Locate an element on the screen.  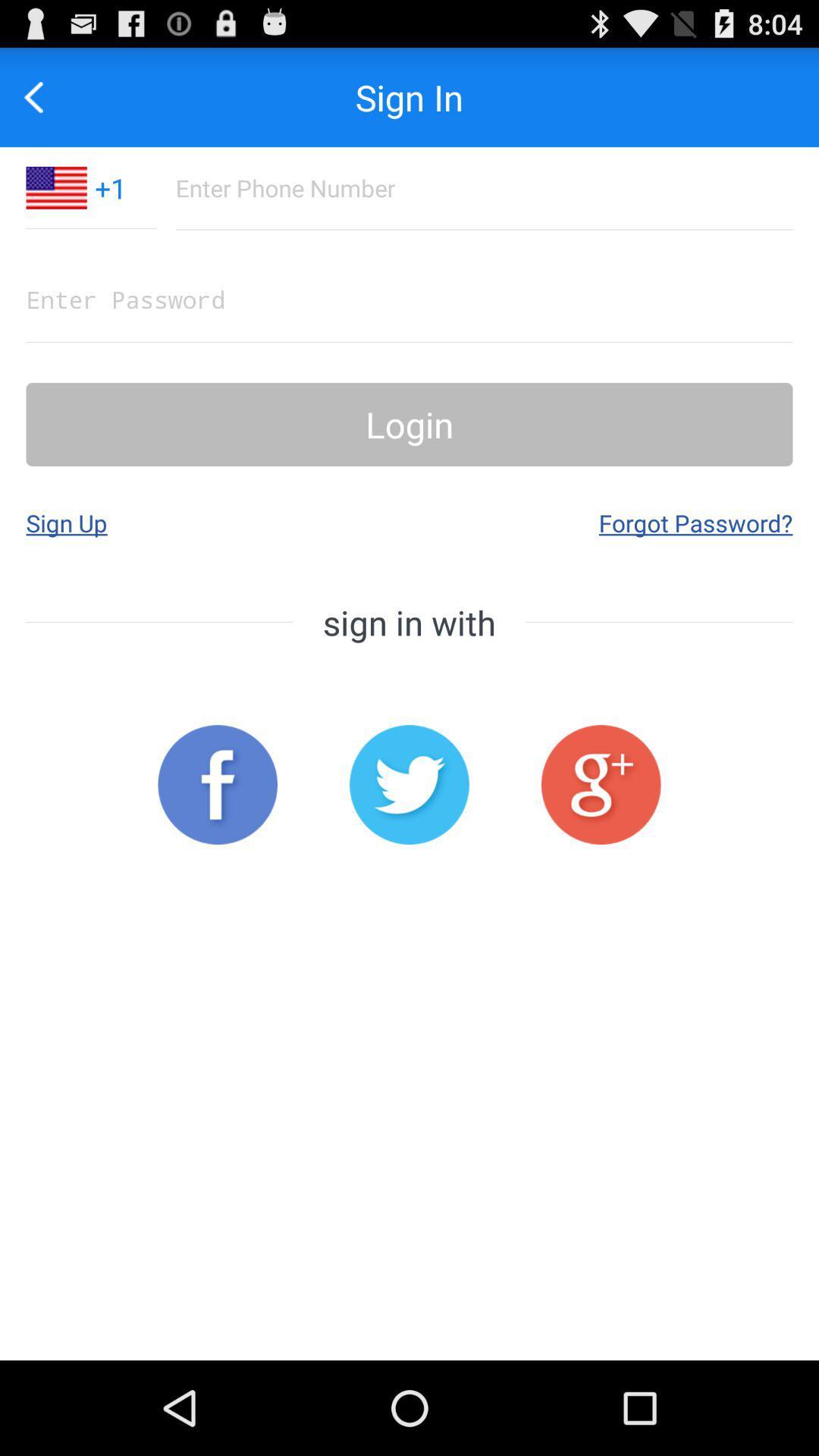
sign in with facebook is located at coordinates (218, 785).